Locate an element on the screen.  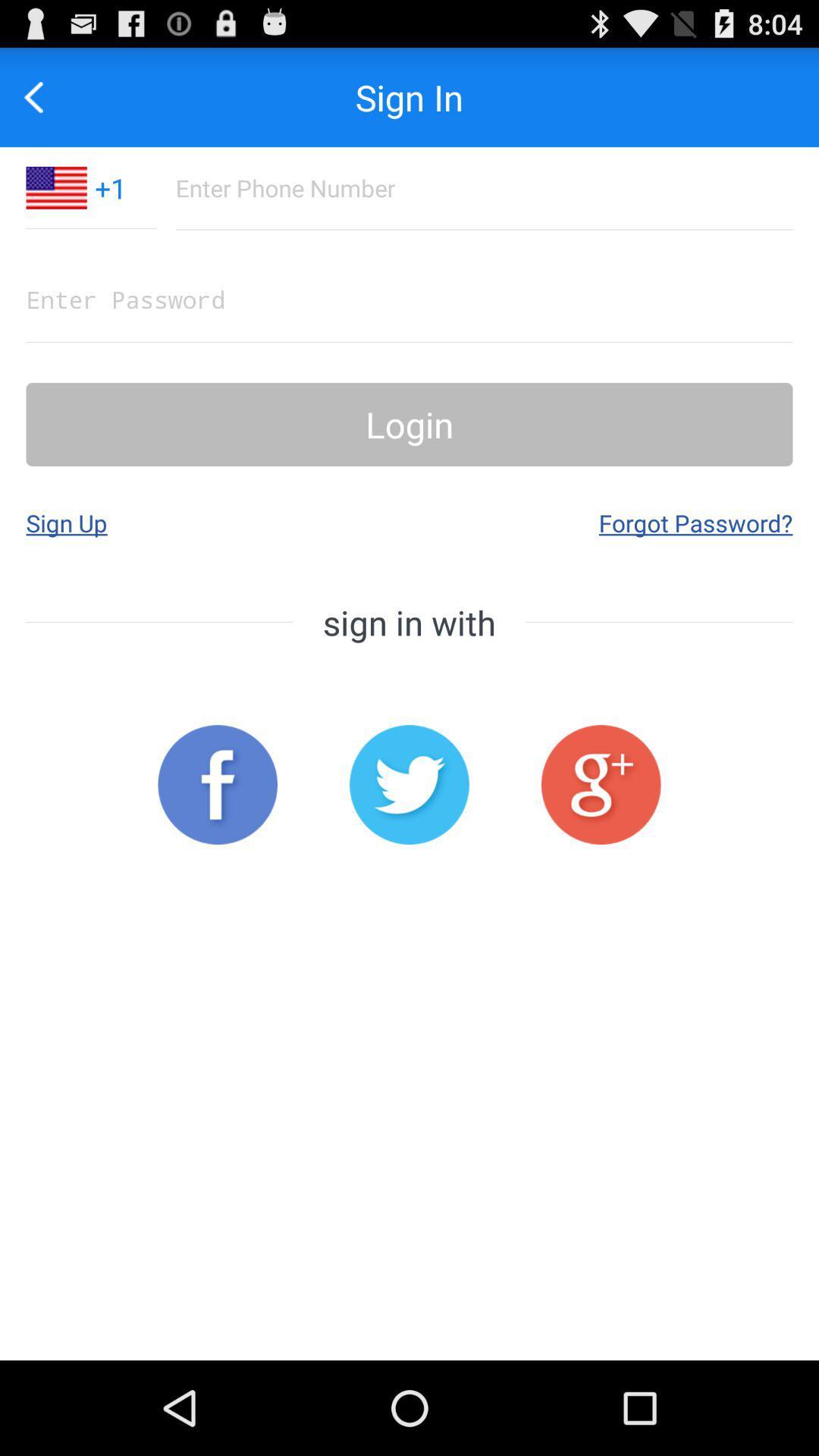
sign in with facebook is located at coordinates (218, 785).